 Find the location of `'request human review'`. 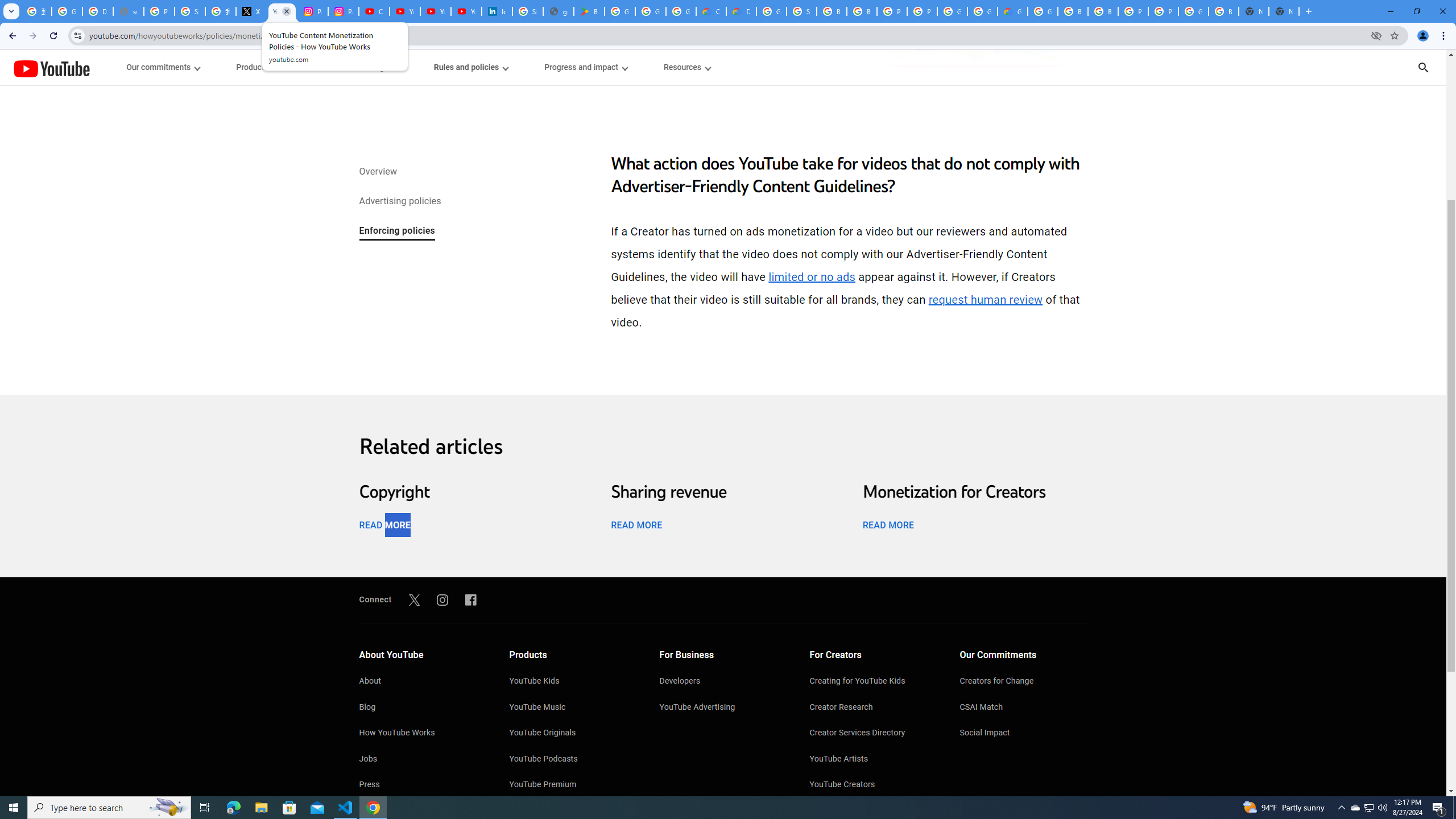

'request human review' is located at coordinates (985, 299).